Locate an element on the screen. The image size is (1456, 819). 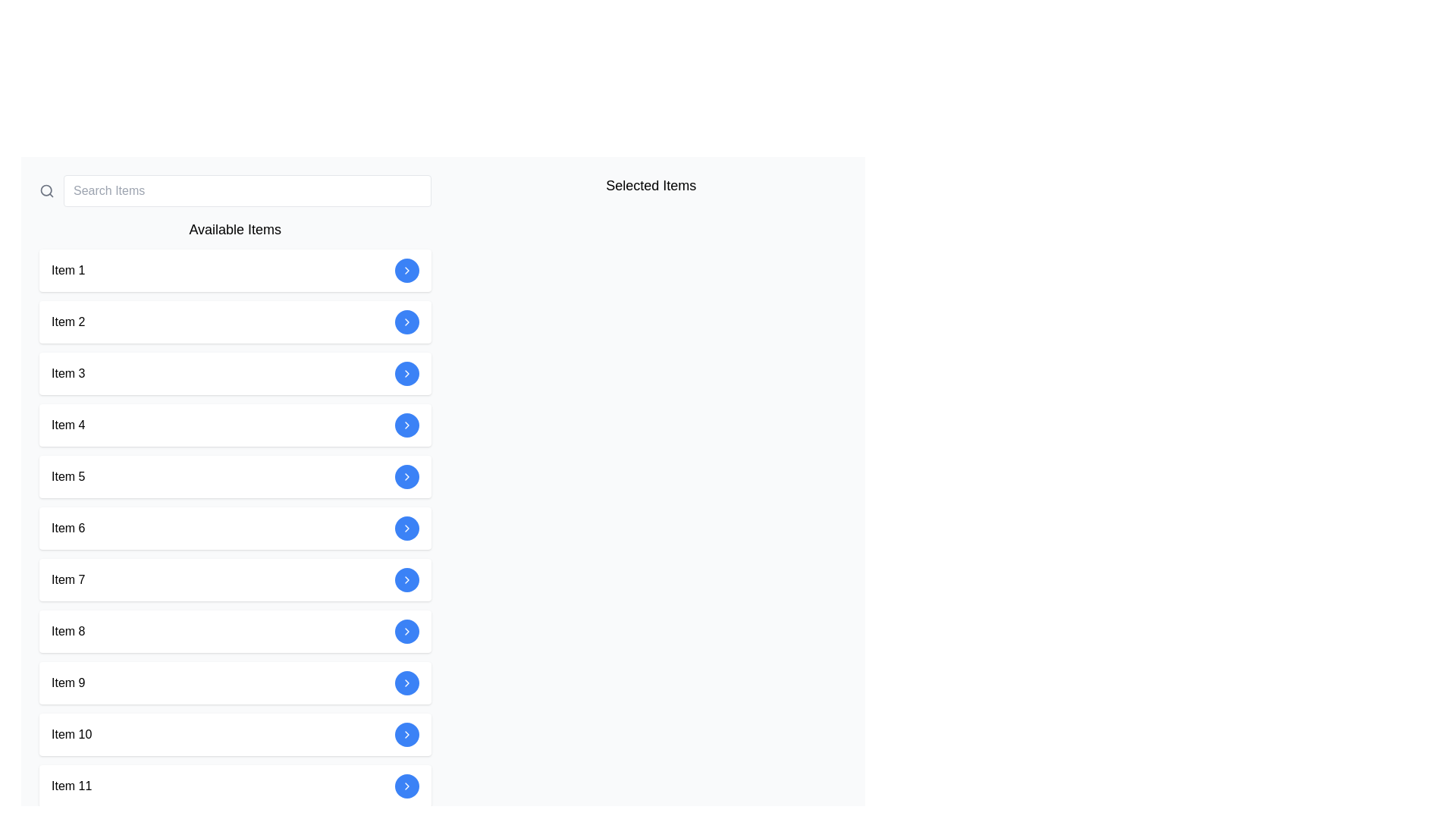
the magnifying glass icon to focus on the related input box labeled 'Search Items' is located at coordinates (46, 190).